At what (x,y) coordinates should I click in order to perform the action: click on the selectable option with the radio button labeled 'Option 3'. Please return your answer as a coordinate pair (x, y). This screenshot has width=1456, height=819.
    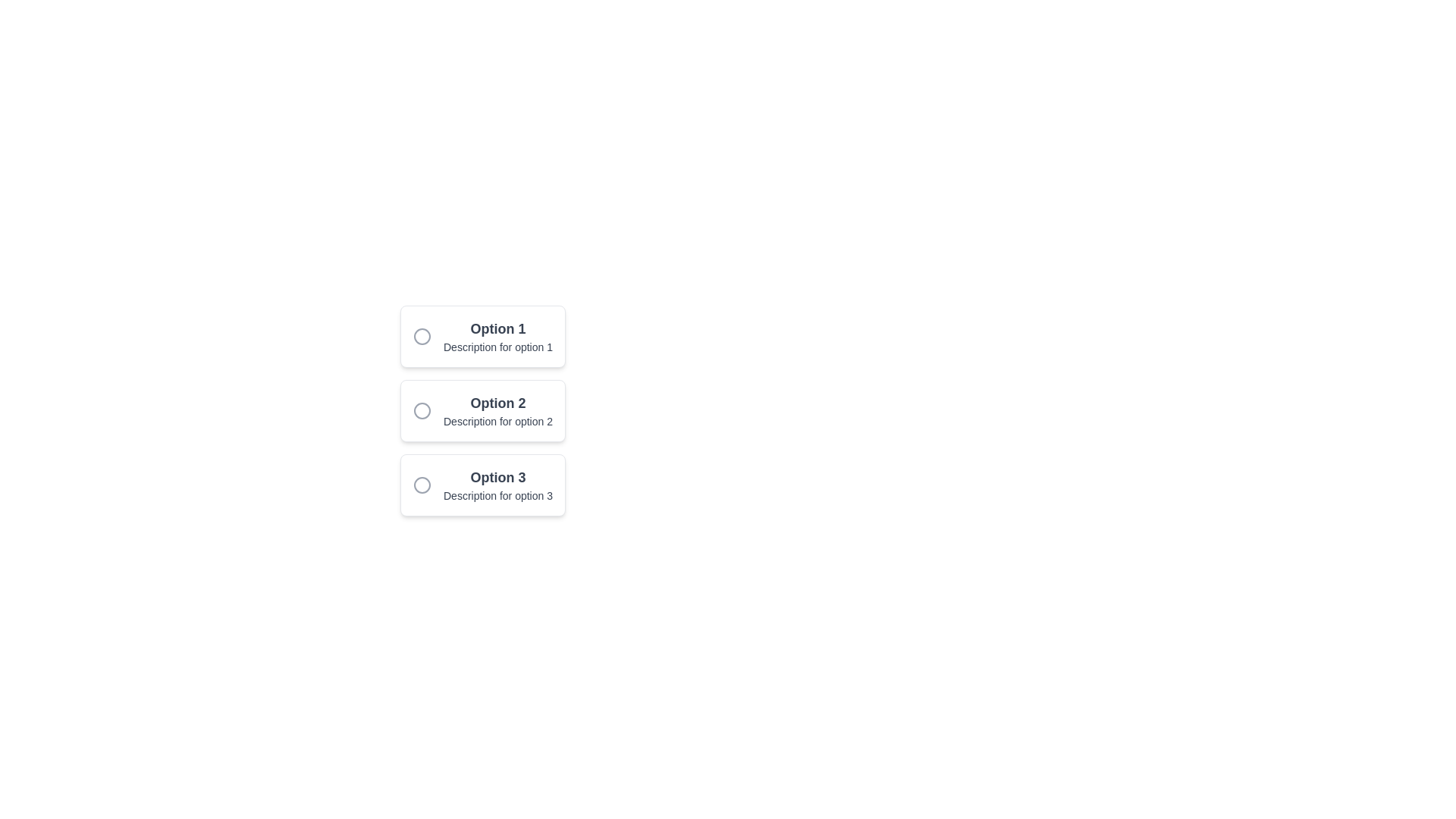
    Looking at the image, I should click on (482, 485).